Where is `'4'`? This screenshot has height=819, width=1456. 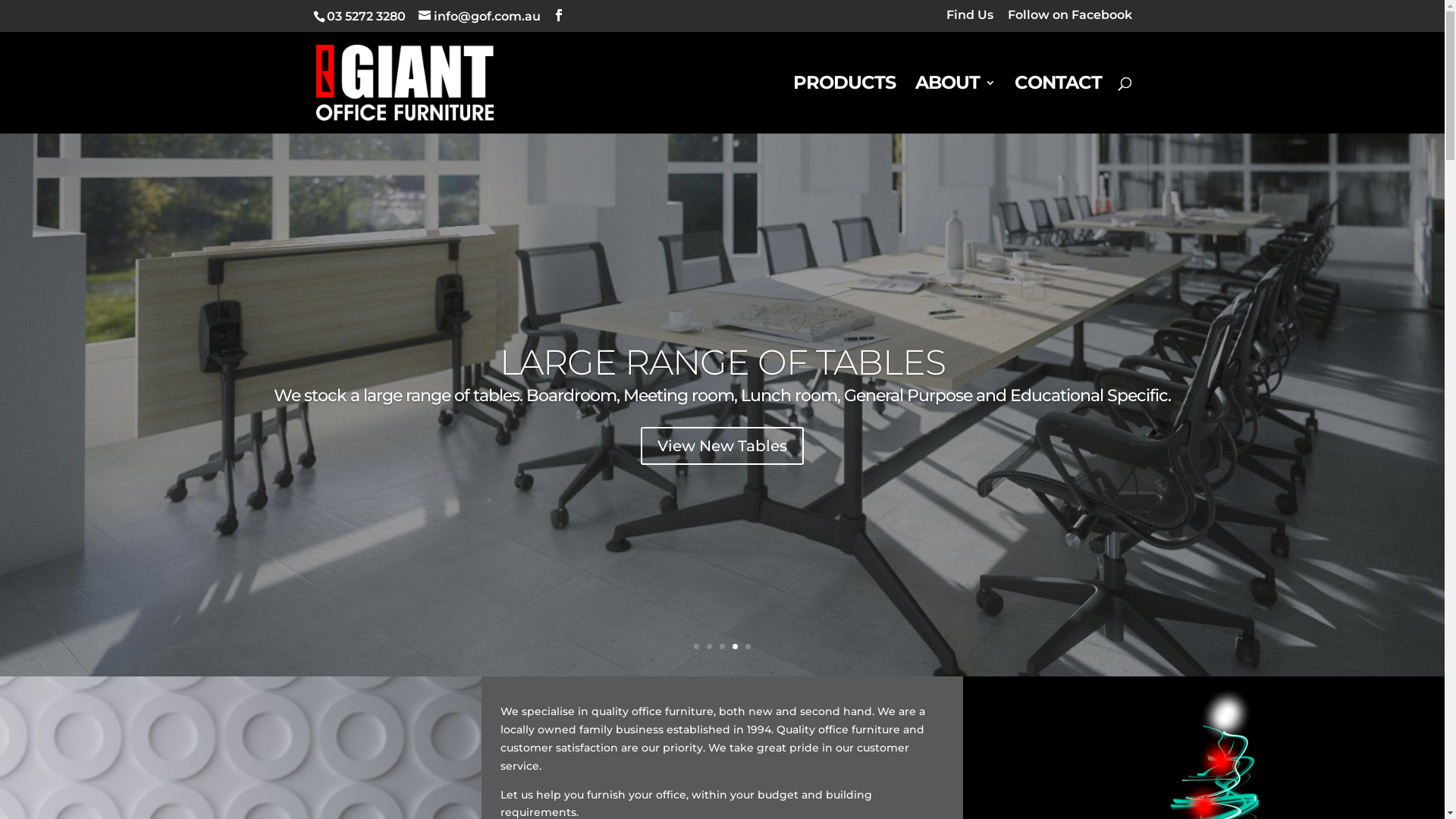 '4' is located at coordinates (732, 646).